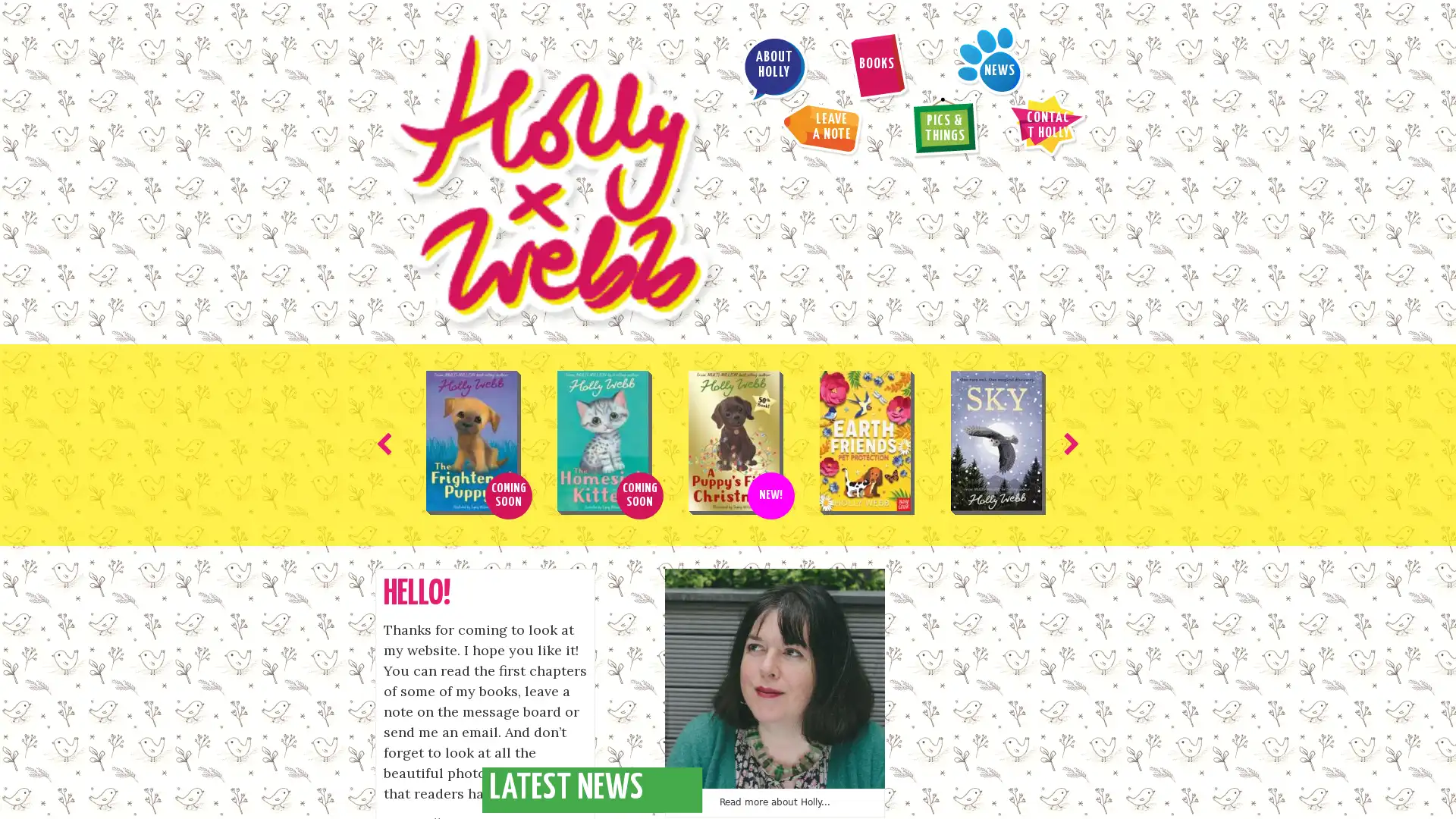 This screenshot has height=819, width=1456. What do you see at coordinates (637, 769) in the screenshot?
I see `Previous` at bounding box center [637, 769].